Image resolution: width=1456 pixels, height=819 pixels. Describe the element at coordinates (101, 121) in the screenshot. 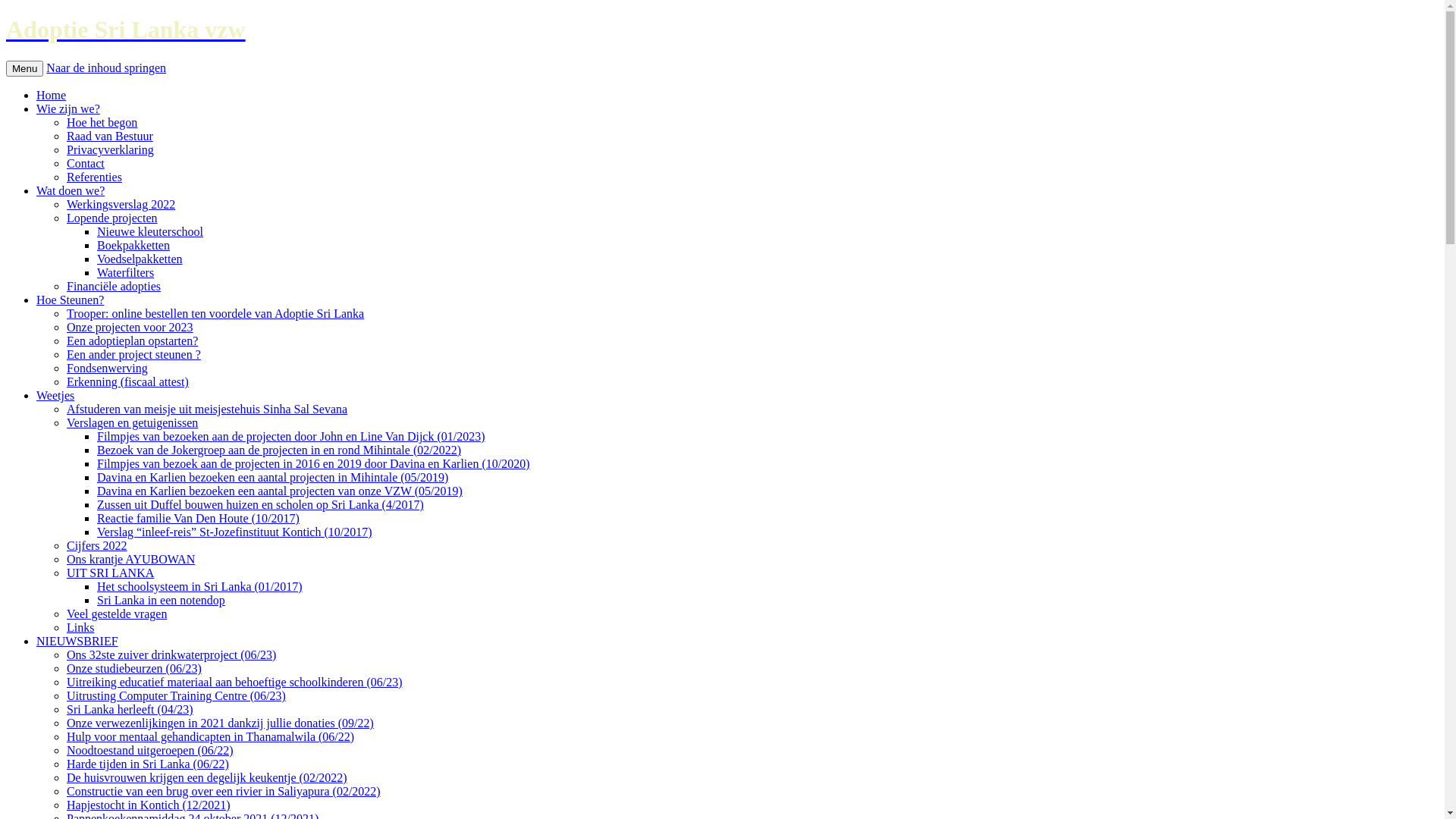

I see `'Hoe het begon'` at that location.